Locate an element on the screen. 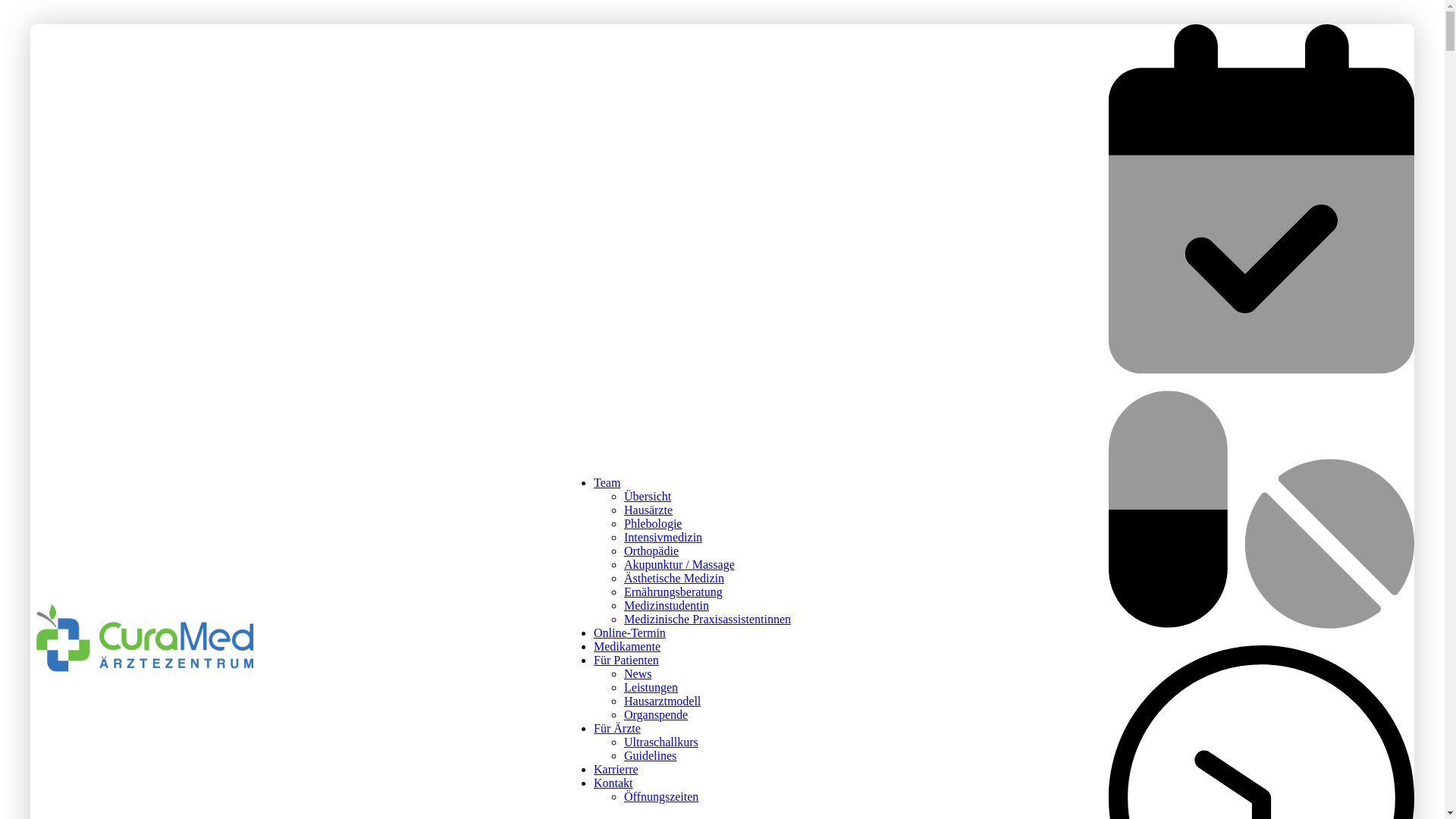  'Leistungen' is located at coordinates (651, 687).